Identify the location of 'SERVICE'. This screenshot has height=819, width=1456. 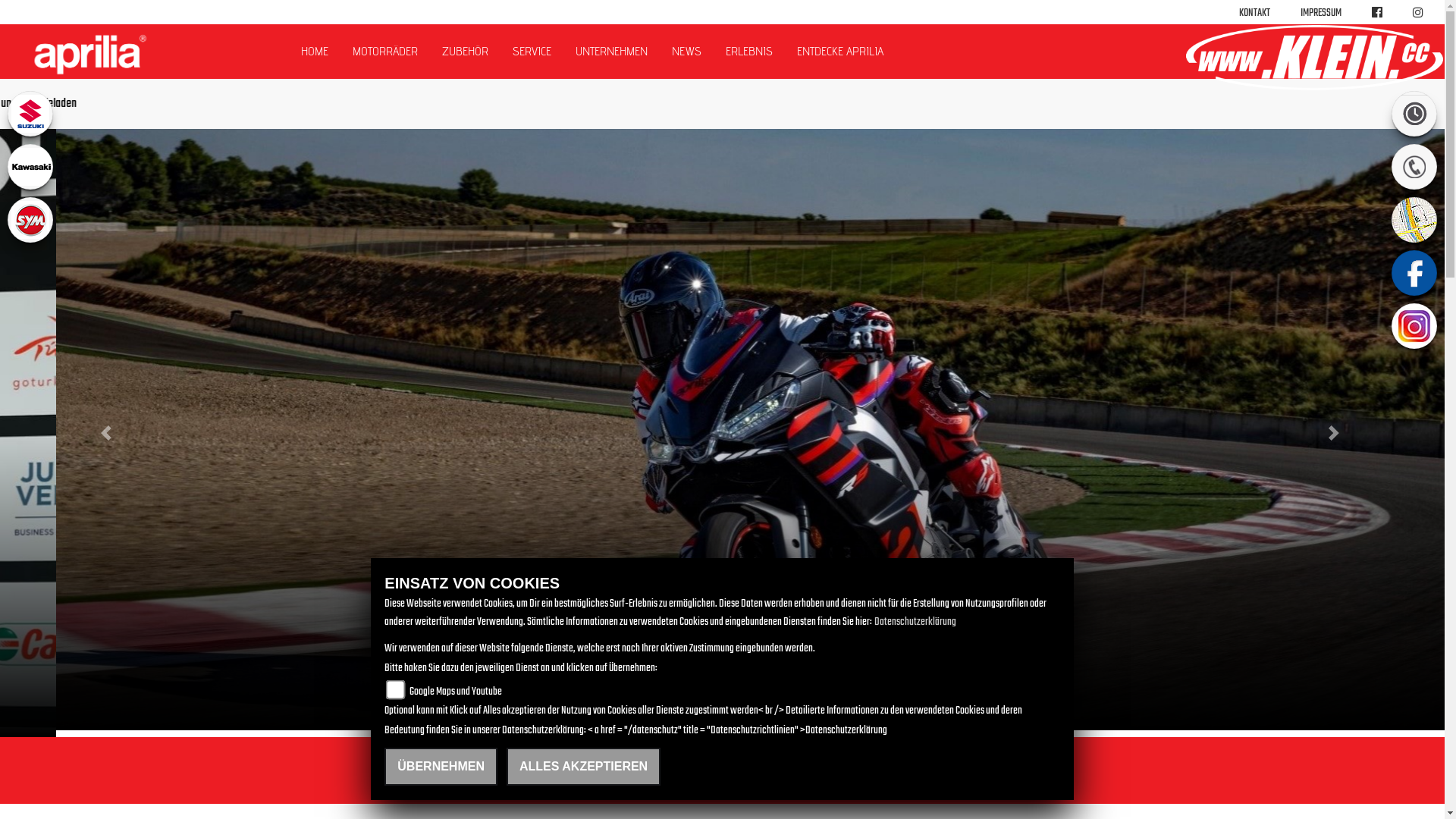
(500, 51).